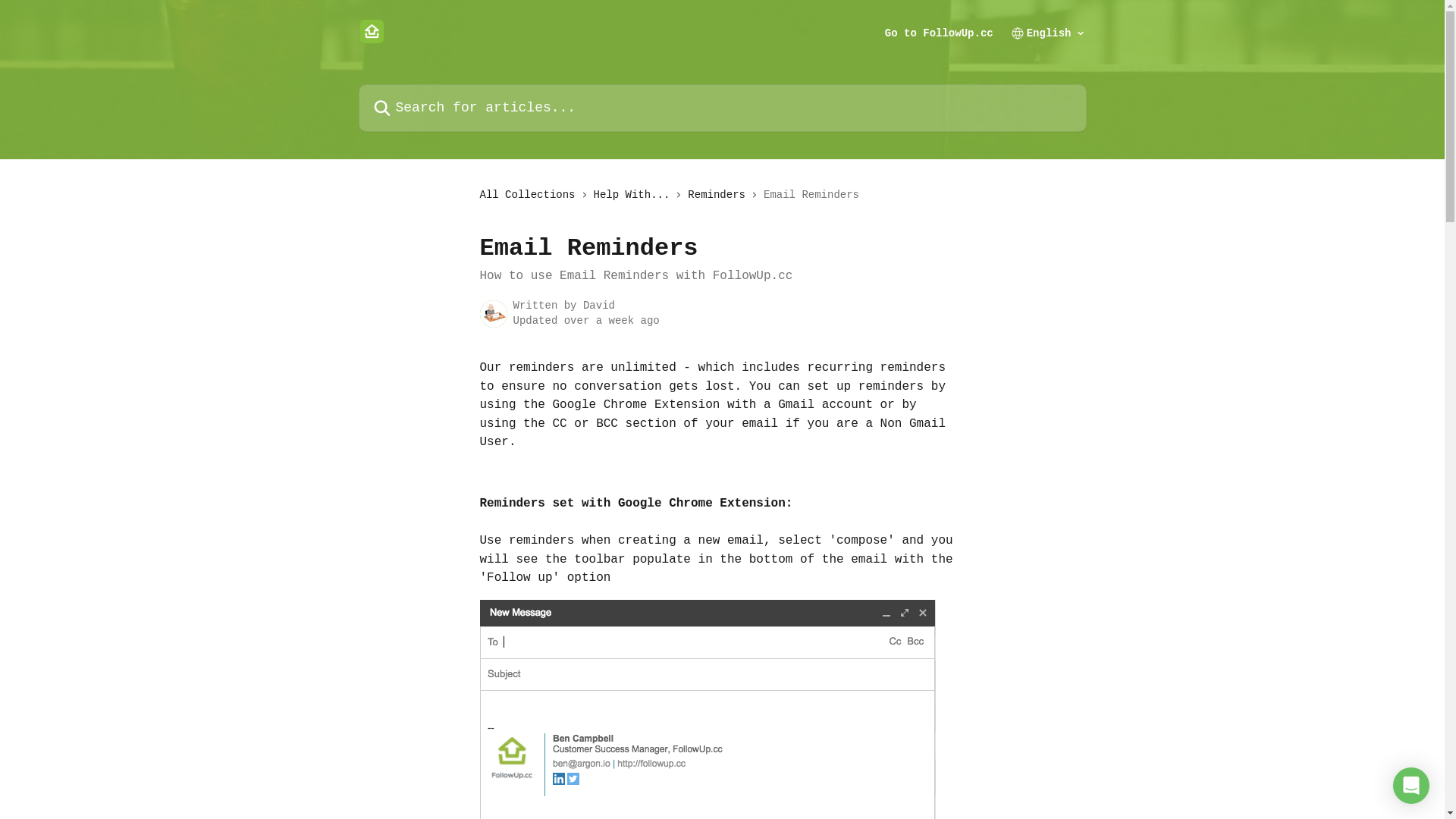 The width and height of the screenshot is (1456, 819). What do you see at coordinates (530, 194) in the screenshot?
I see `'All Collections'` at bounding box center [530, 194].